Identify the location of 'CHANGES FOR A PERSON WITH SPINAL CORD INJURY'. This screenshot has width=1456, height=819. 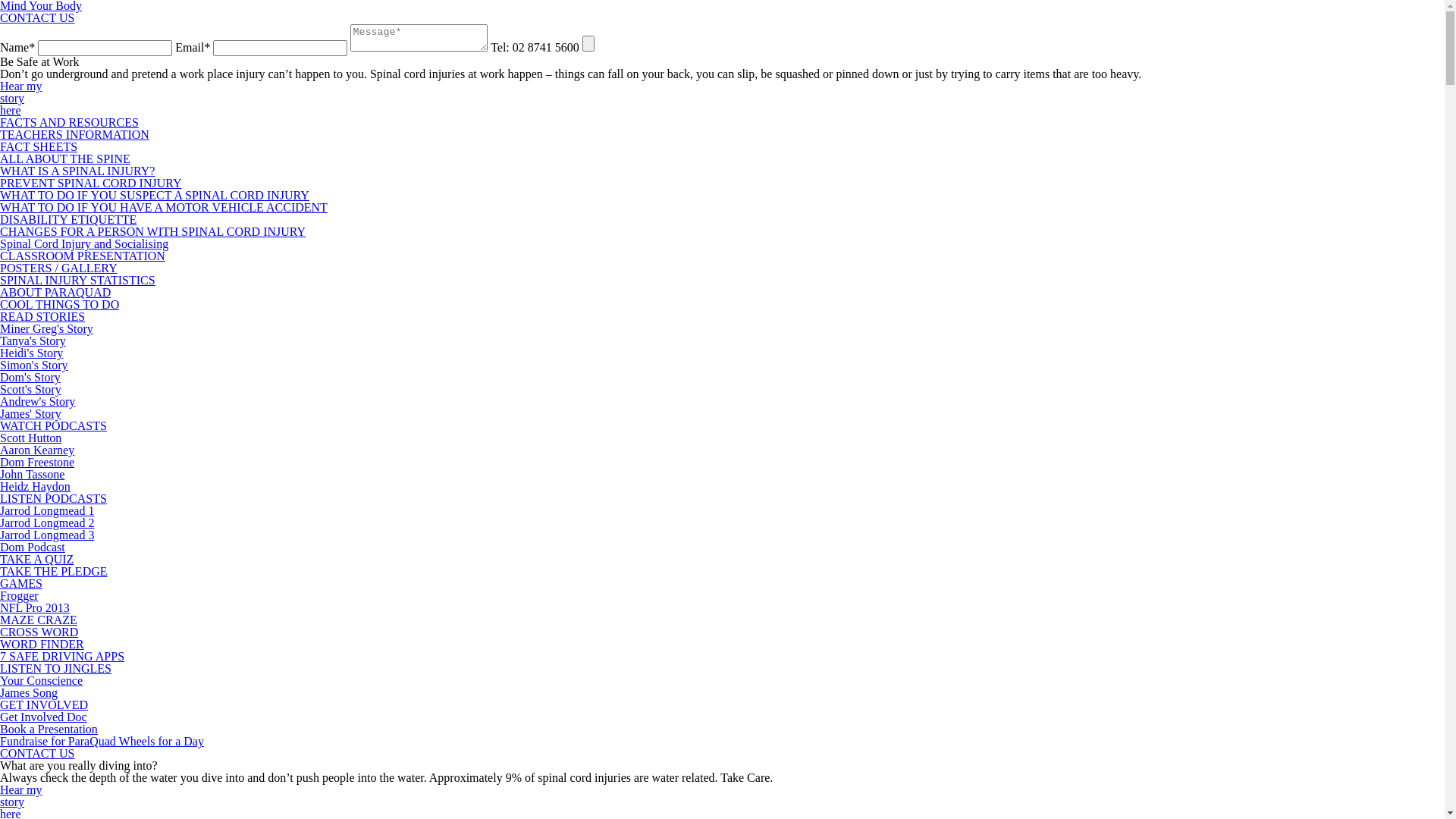
(0, 231).